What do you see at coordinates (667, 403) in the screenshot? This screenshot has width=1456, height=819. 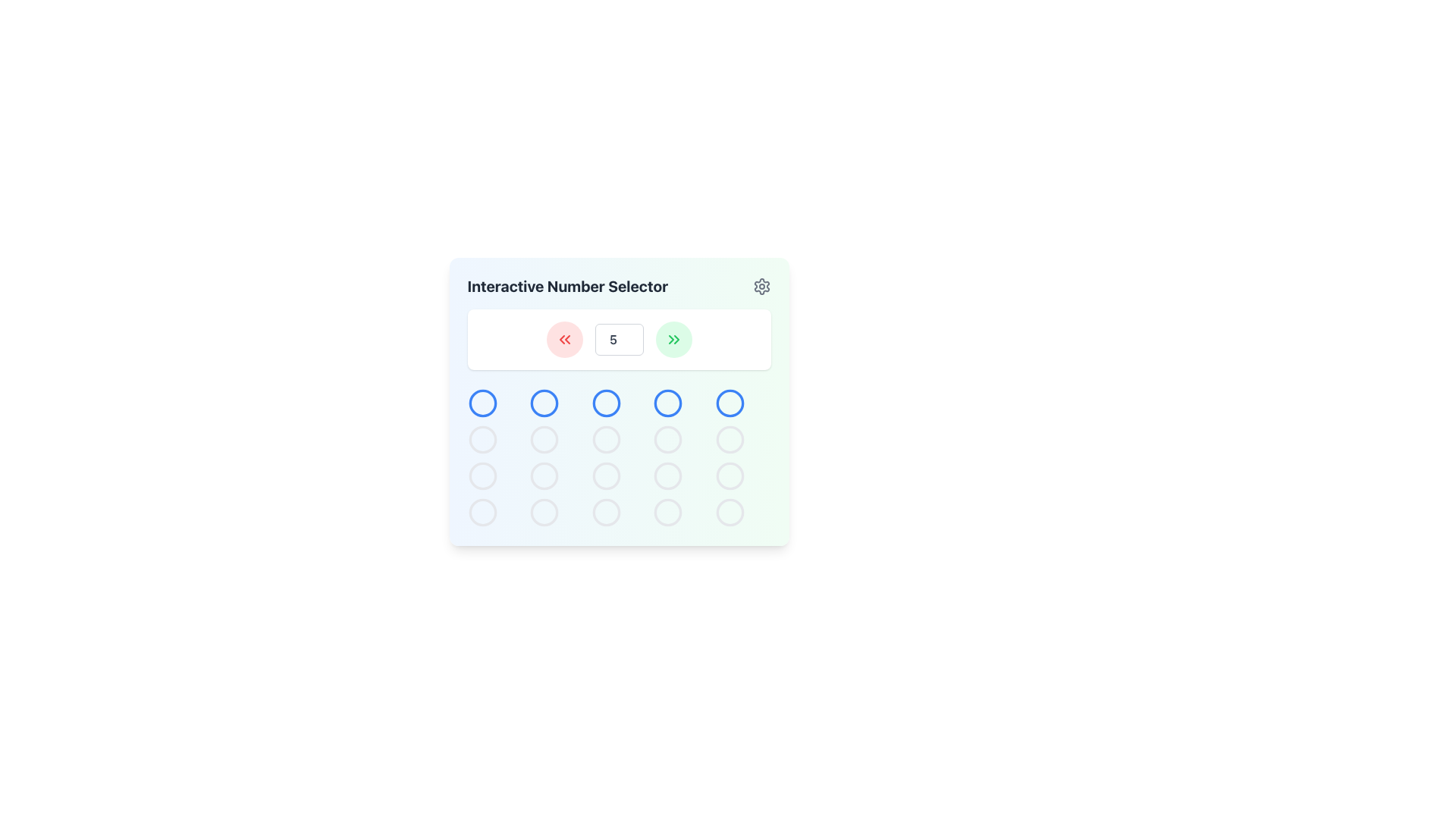 I see `the Circular graphical component with a blue-outlined circle and white interior located in the second row, fourth column under the header 'Interactive Number Selector'` at bounding box center [667, 403].